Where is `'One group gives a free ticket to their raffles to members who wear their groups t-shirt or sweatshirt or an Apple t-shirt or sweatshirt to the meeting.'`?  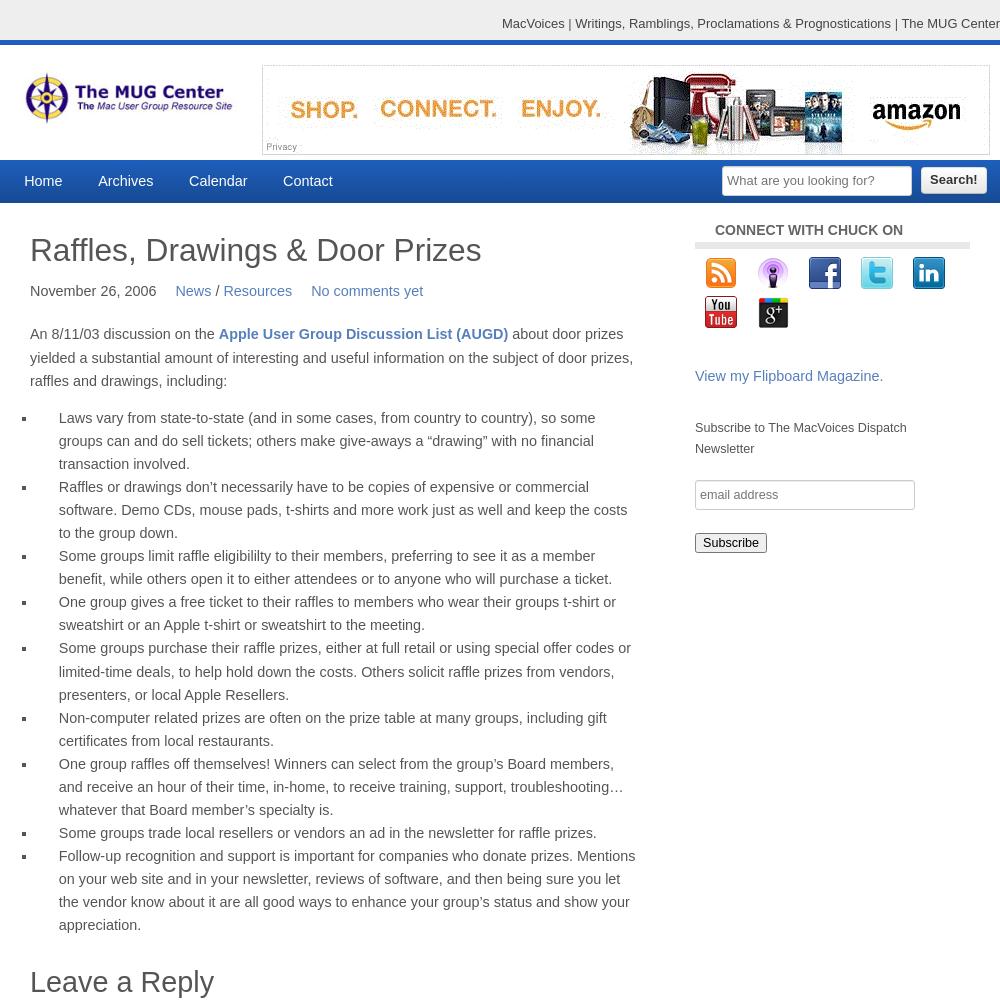
'One group gives a free ticket to their raffles to members who wear their groups t-shirt or sweatshirt or an Apple t-shirt or sweatshirt to the meeting.' is located at coordinates (336, 612).